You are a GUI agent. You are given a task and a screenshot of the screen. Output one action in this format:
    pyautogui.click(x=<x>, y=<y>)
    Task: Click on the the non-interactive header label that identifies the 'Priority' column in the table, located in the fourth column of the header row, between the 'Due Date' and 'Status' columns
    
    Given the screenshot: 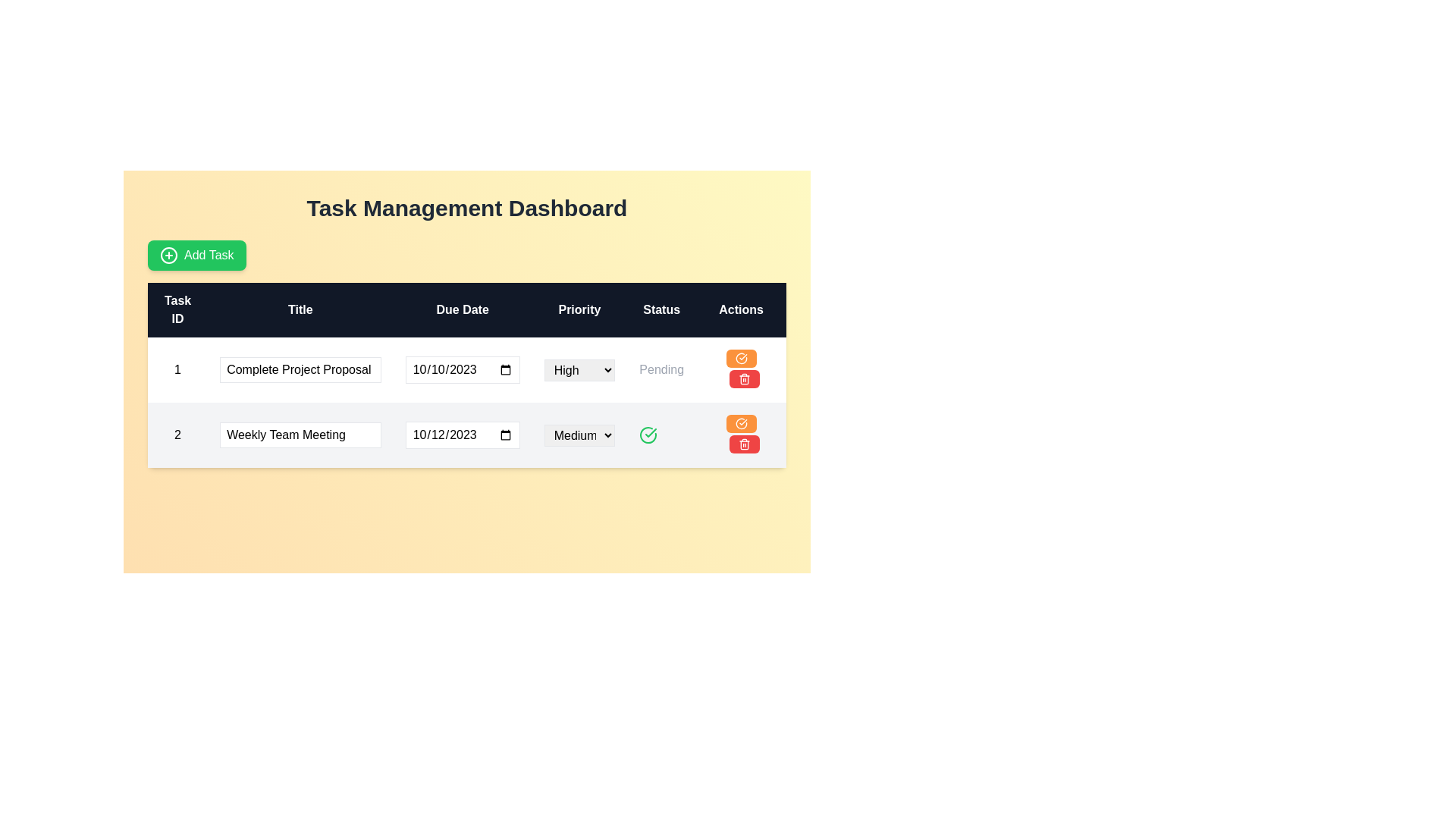 What is the action you would take?
    pyautogui.click(x=579, y=309)
    